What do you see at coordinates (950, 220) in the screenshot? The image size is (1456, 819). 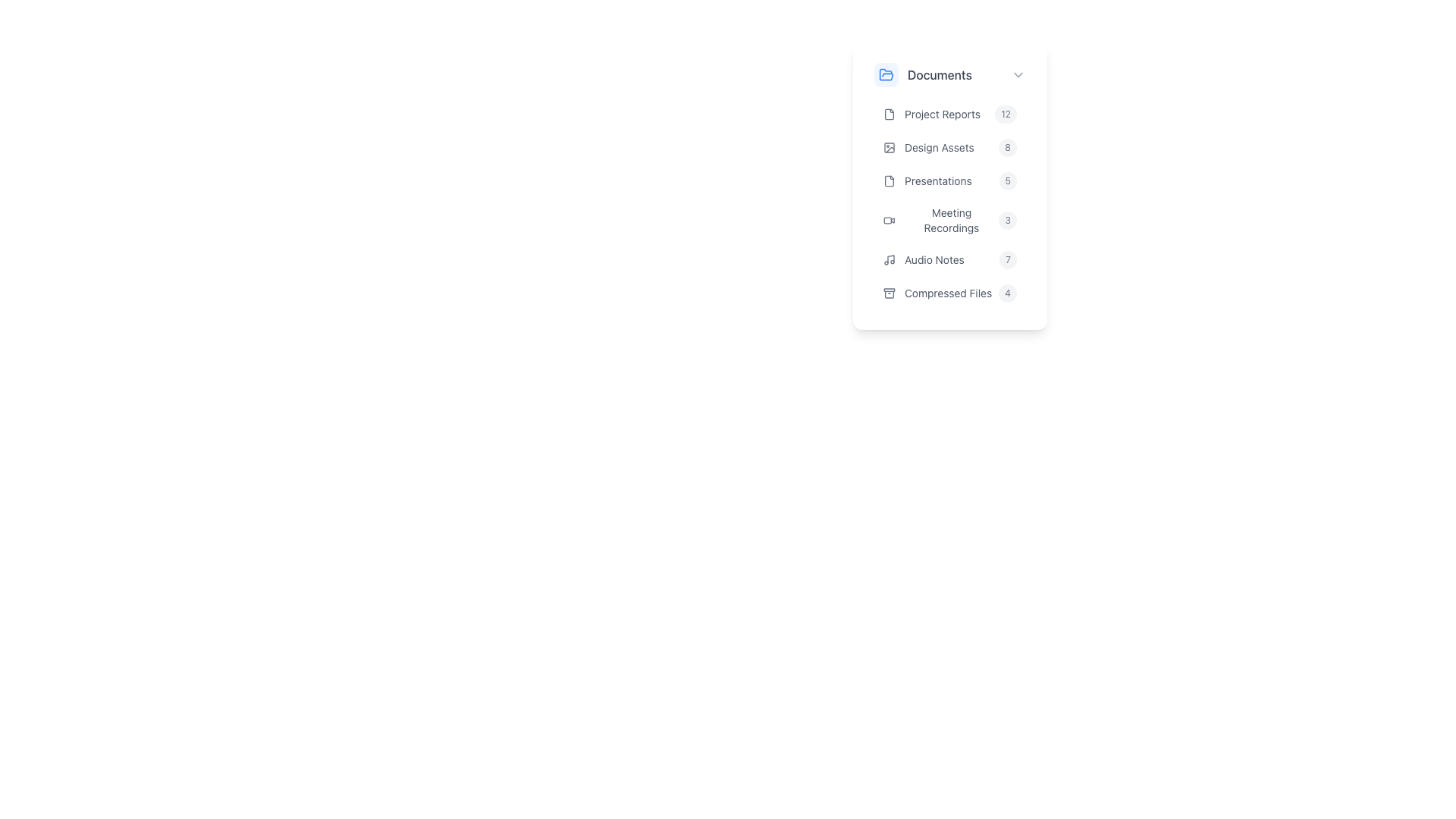 I see `the text label in the fourth row of the 'Documents' section, located between a video icon and a badge displaying the number '3', to change its color` at bounding box center [950, 220].